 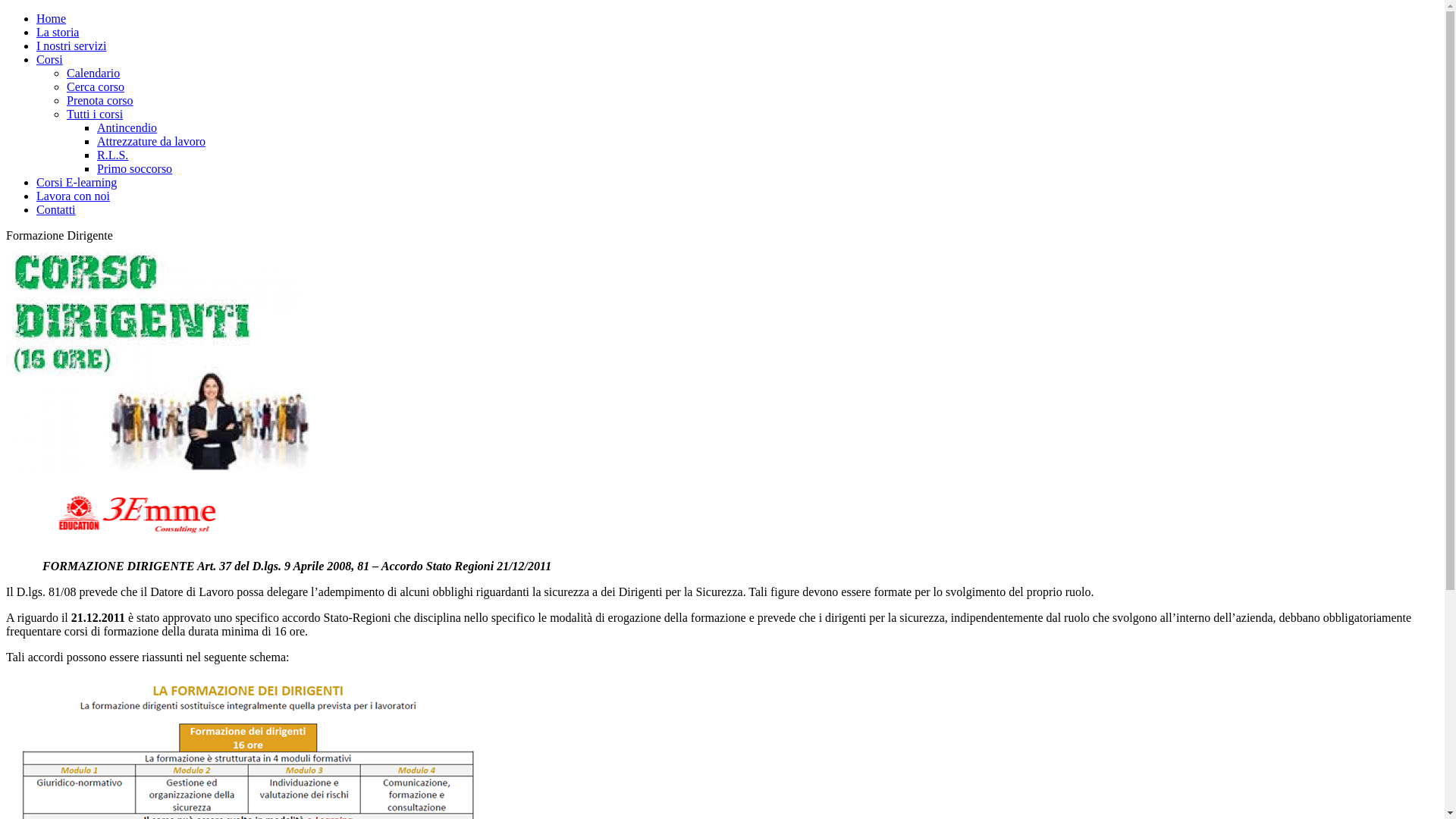 What do you see at coordinates (96, 127) in the screenshot?
I see `'Antincendio'` at bounding box center [96, 127].